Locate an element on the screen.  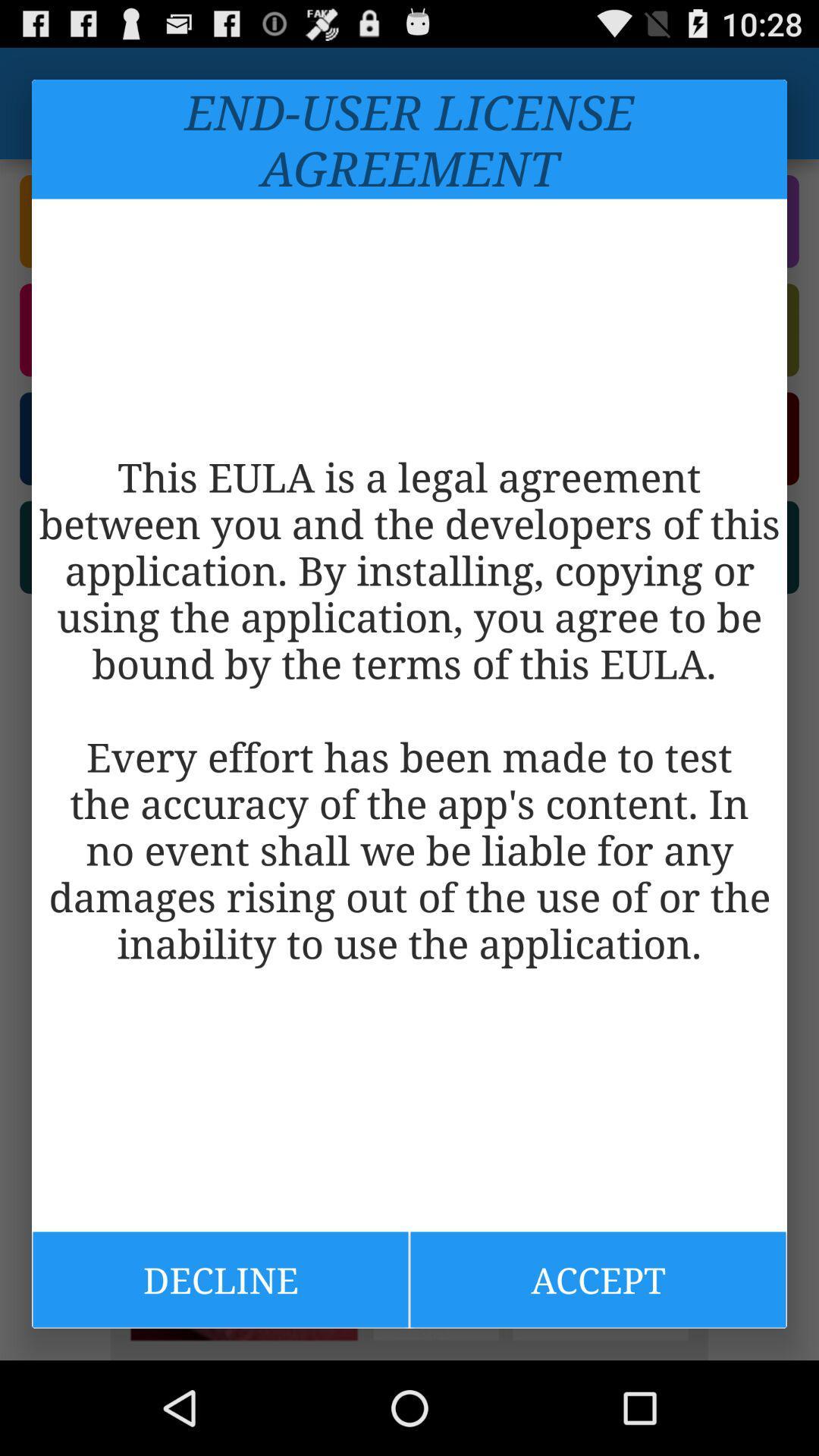
the item below the this eula is icon is located at coordinates (220, 1279).